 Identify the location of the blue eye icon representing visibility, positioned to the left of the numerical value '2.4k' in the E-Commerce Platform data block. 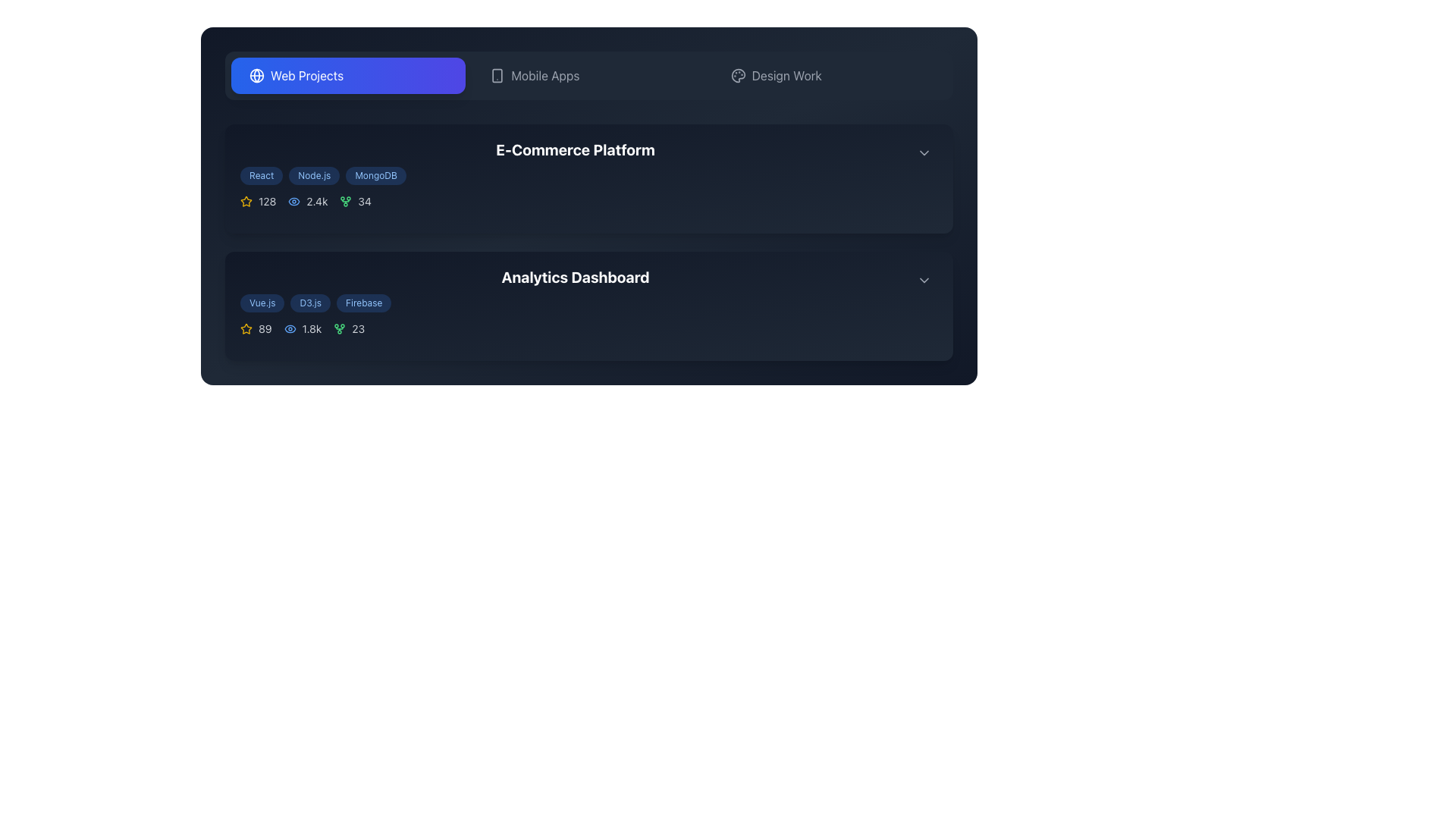
(294, 201).